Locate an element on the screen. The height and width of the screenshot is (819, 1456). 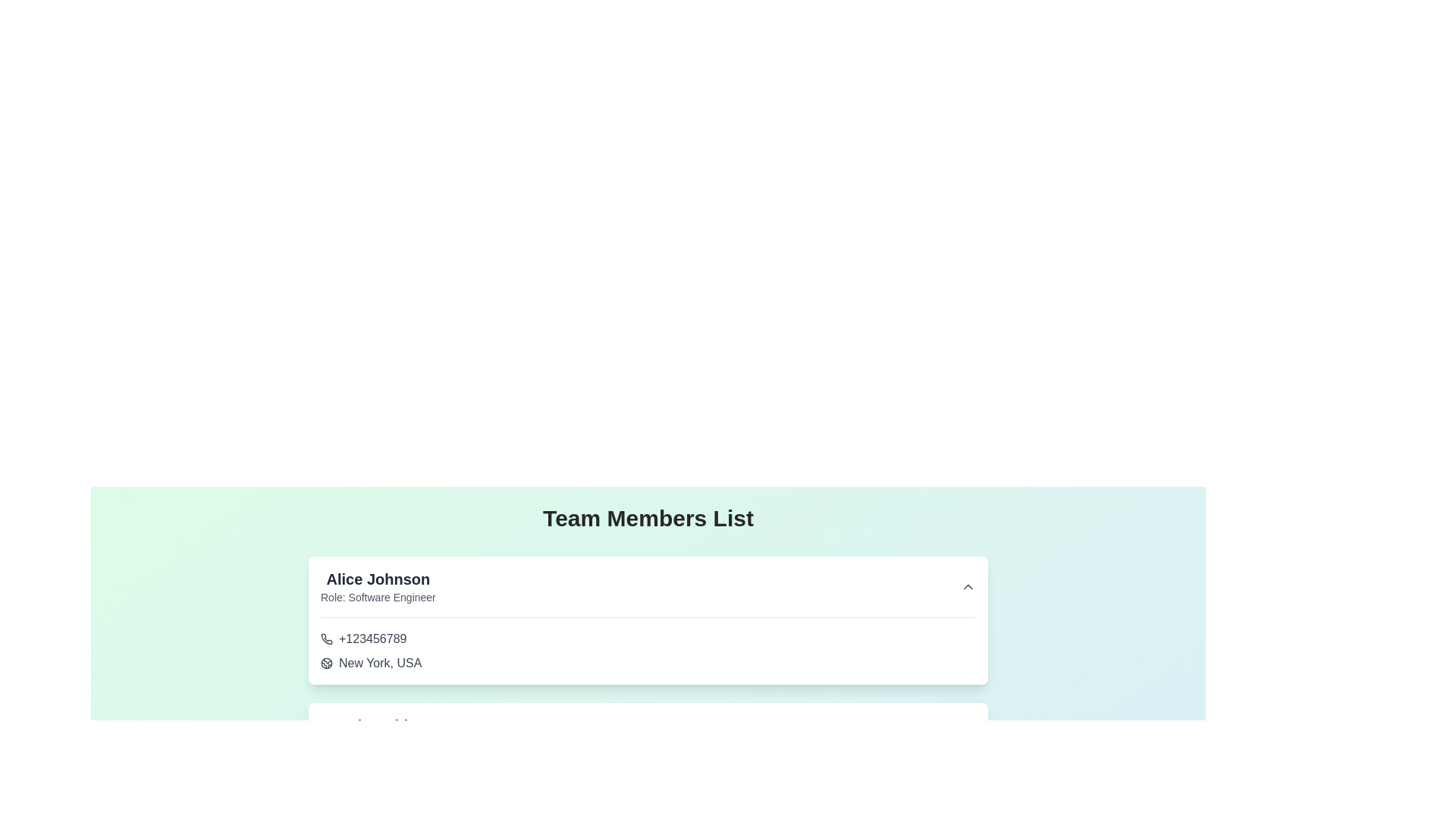
the 'Alice Johnson' text display element, which is prominently styled in bold and larger font, located at the top of a white card containing member details is located at coordinates (378, 579).